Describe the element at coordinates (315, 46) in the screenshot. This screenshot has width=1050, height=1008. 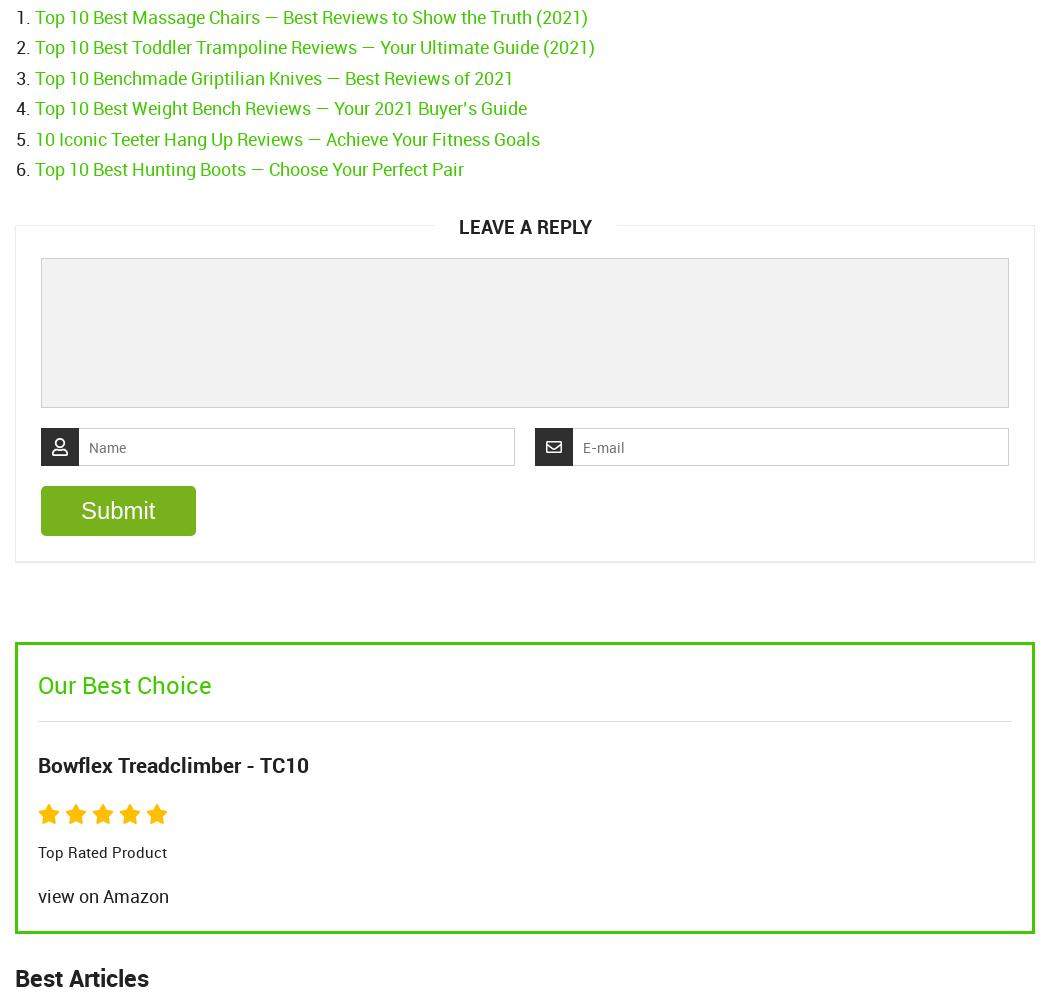
I see `'Top 10 Best Toddler Trampoline Reviews — Your Ultimate Guide (2021)'` at that location.